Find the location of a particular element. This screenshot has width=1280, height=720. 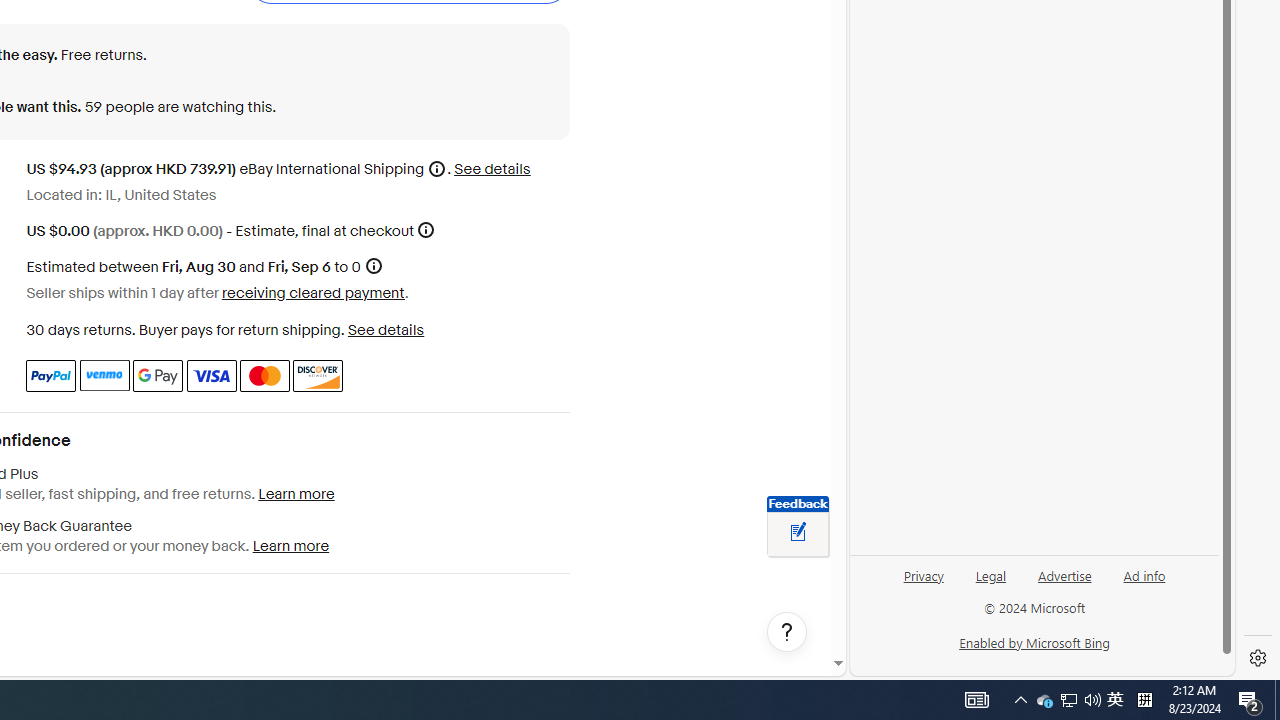

'Google Pay' is located at coordinates (157, 375).